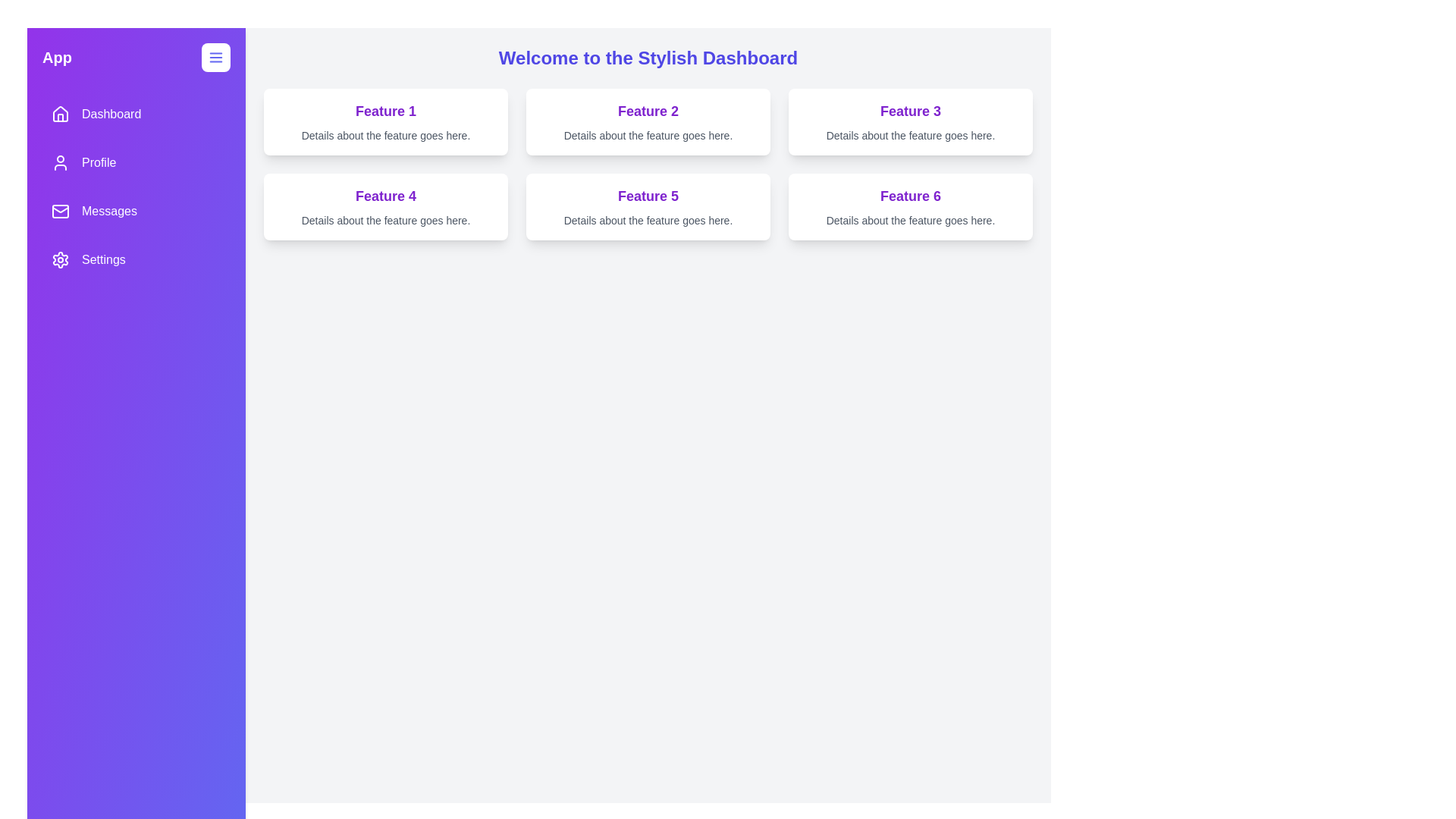 This screenshot has width=1456, height=819. Describe the element at coordinates (648, 207) in the screenshot. I see `the rectangular card with a white background, labeled 'Feature 5', located in the second row and second column of the grid layout` at that location.